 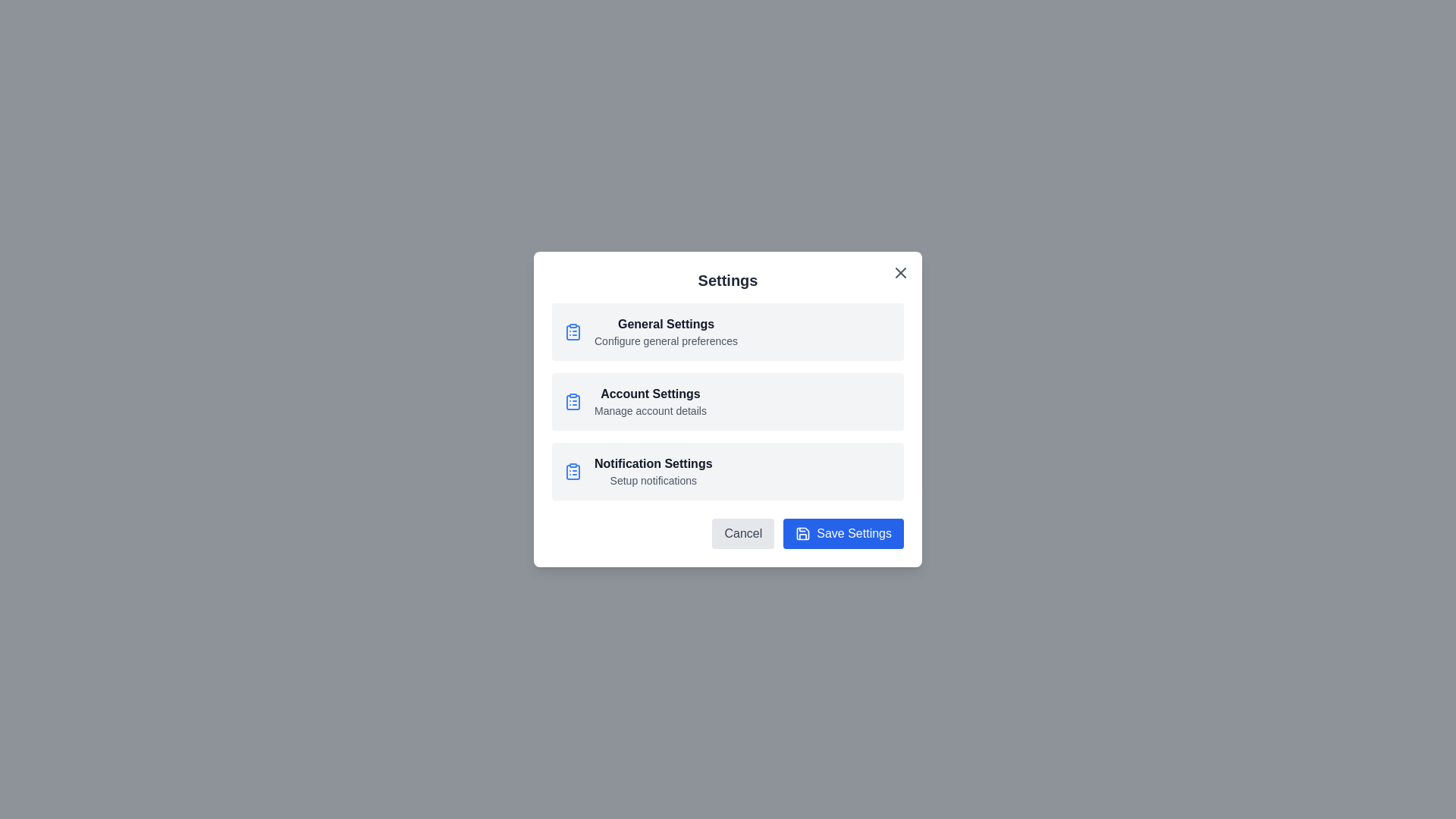 I want to click on the icon located to the left of the 'General Settings' text to interact with the section, so click(x=572, y=331).